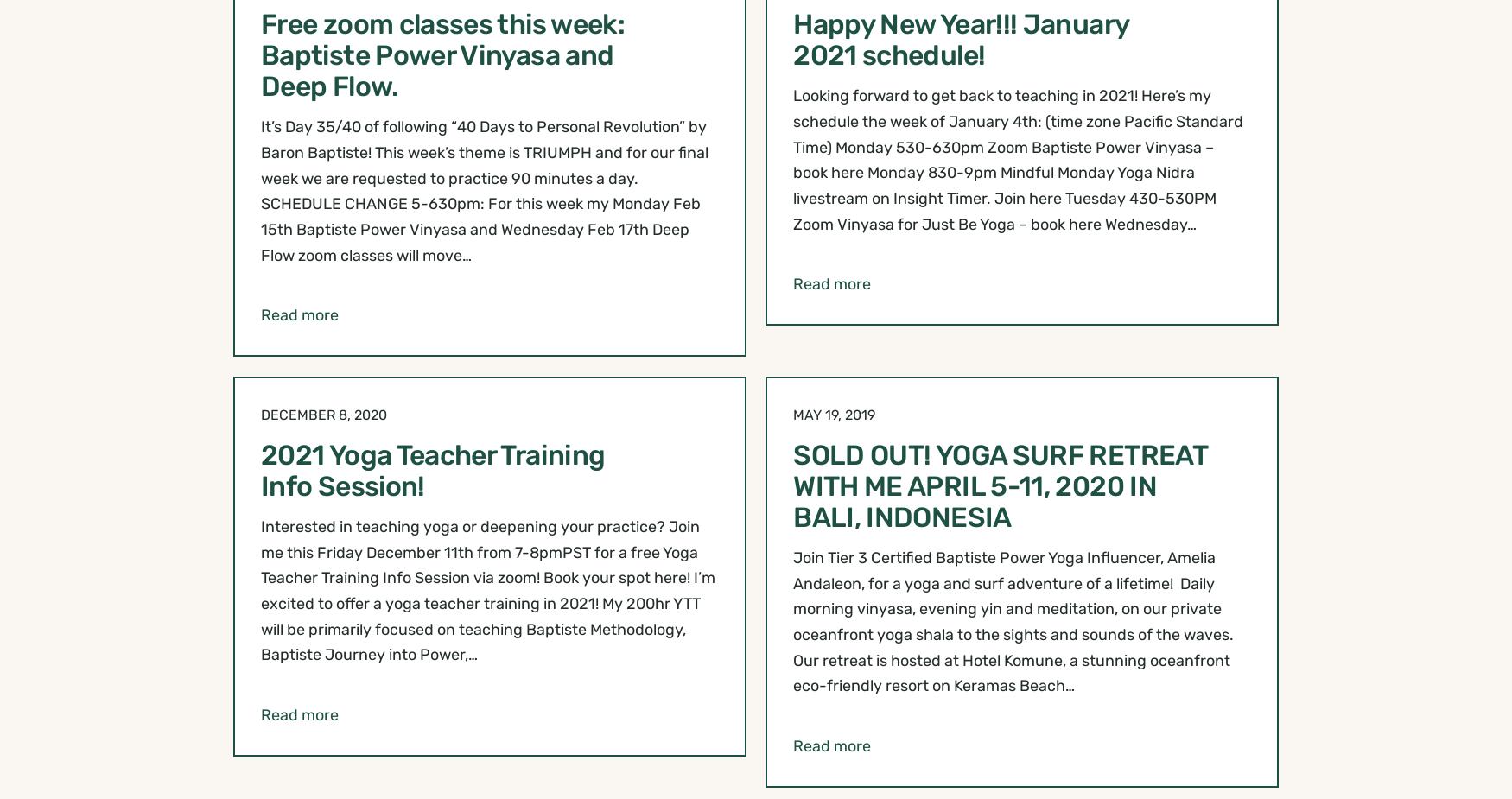 This screenshot has width=1512, height=799. I want to click on 'SOLD OUT!  YOGA SURF RETREAT WITH ME APRIL 5-11, 2020 IN BALI, INDONESIA', so click(792, 485).